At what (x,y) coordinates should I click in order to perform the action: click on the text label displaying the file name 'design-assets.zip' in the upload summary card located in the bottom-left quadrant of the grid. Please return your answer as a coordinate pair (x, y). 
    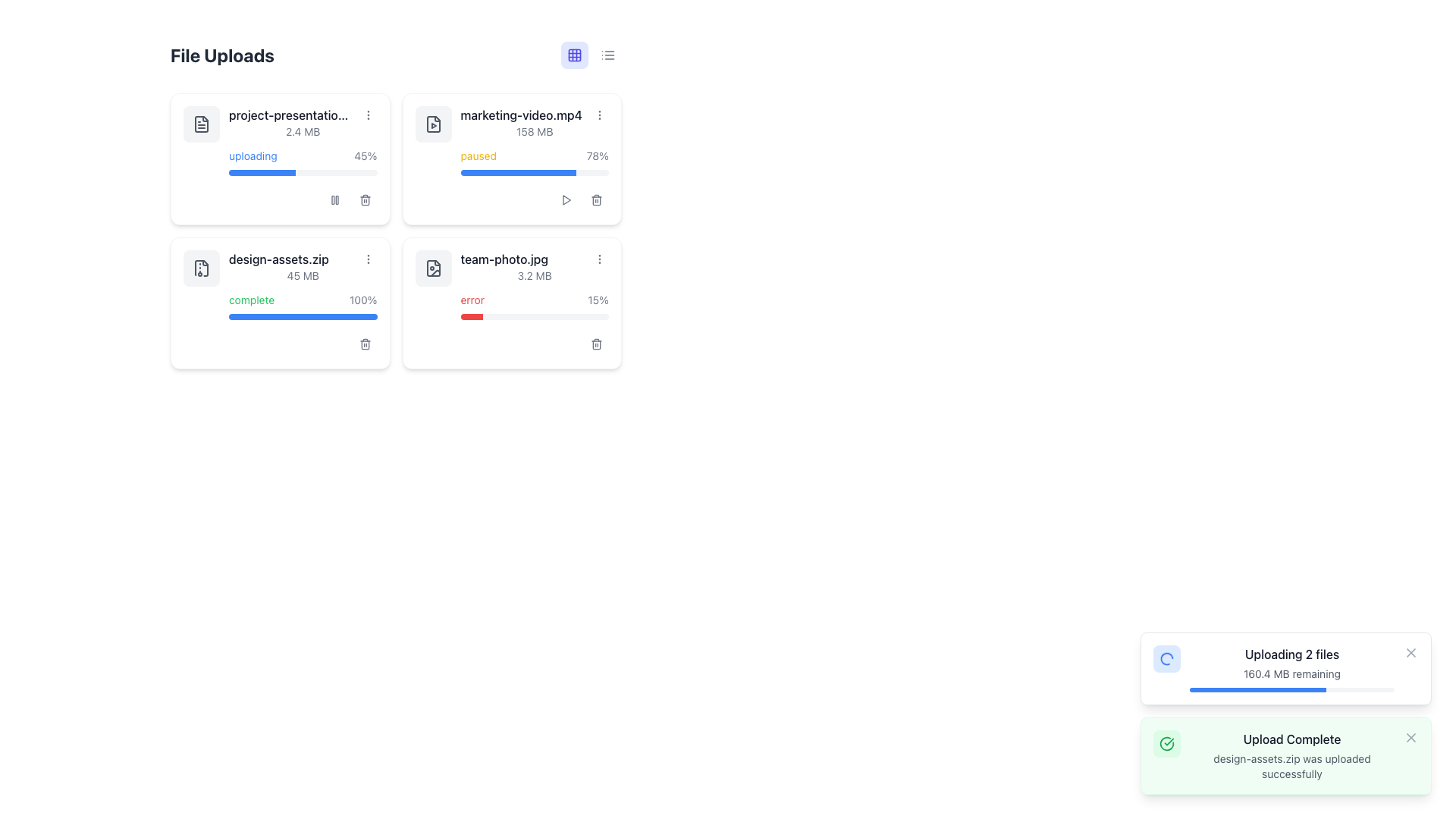
    Looking at the image, I should click on (278, 259).